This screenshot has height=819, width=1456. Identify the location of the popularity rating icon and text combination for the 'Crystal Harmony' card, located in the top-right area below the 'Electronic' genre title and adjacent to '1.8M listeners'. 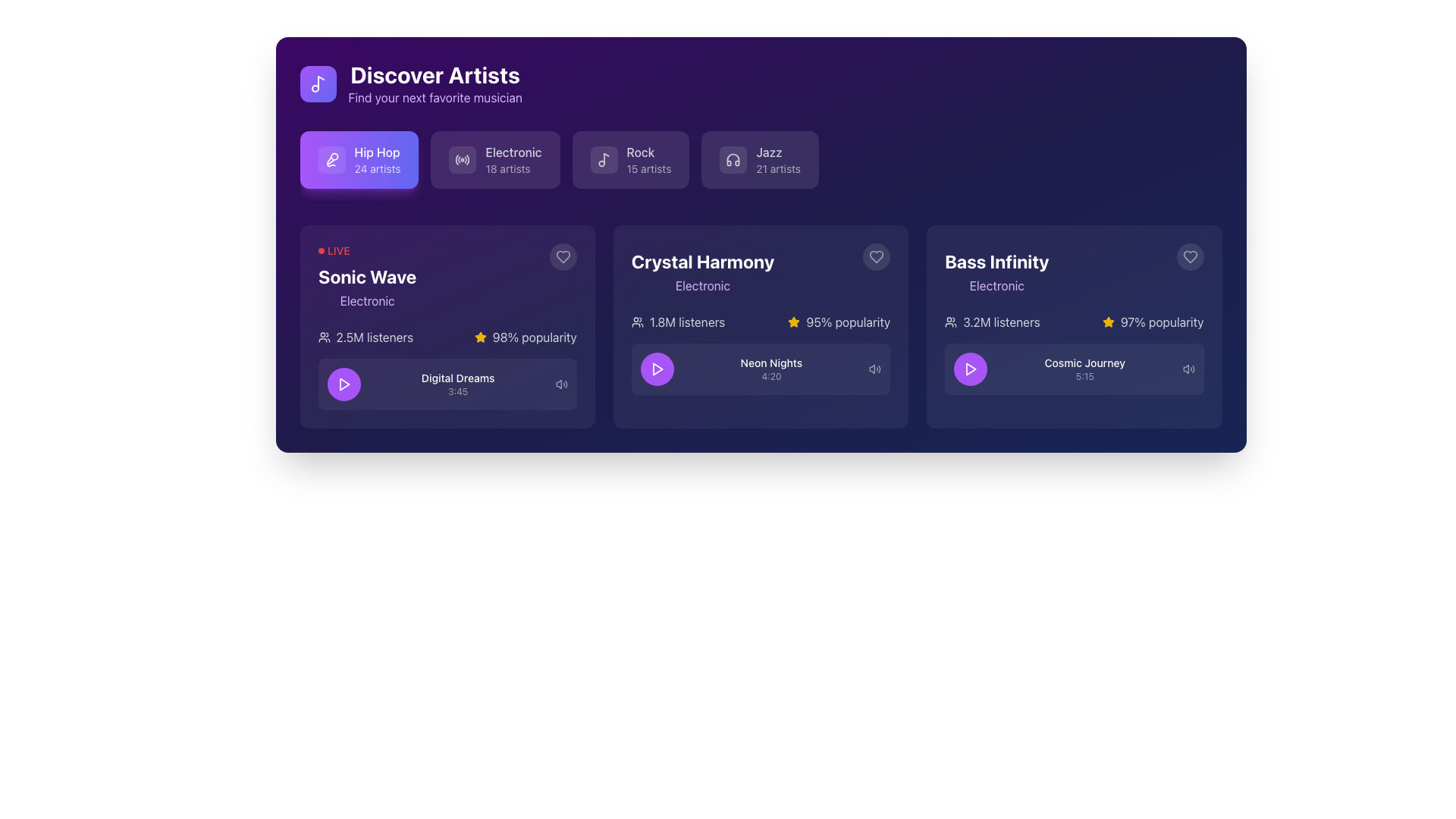
(838, 321).